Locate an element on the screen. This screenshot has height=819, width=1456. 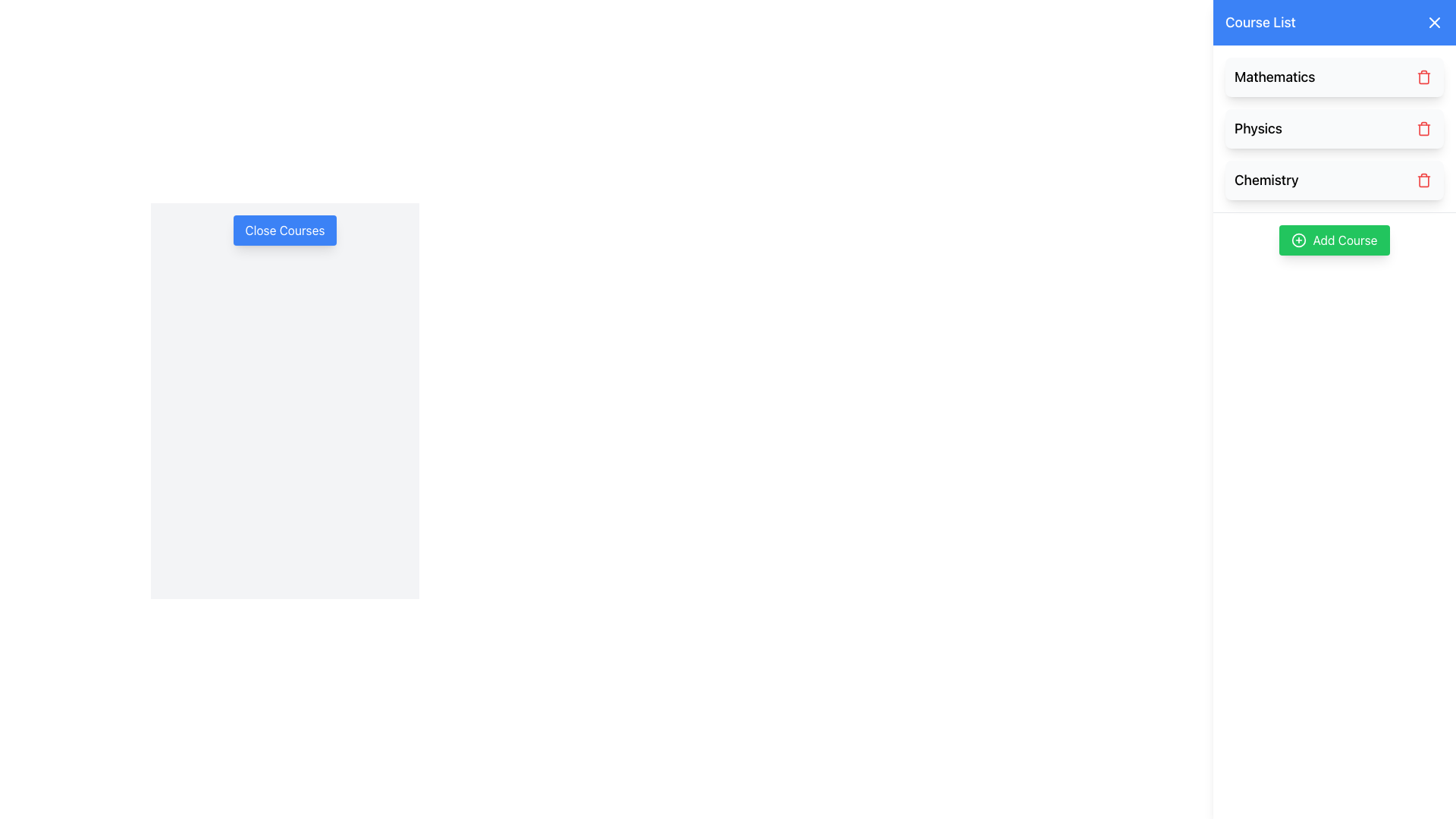
the 'Add Course' button located on the right side of the interface, below the list of courses is located at coordinates (1335, 239).